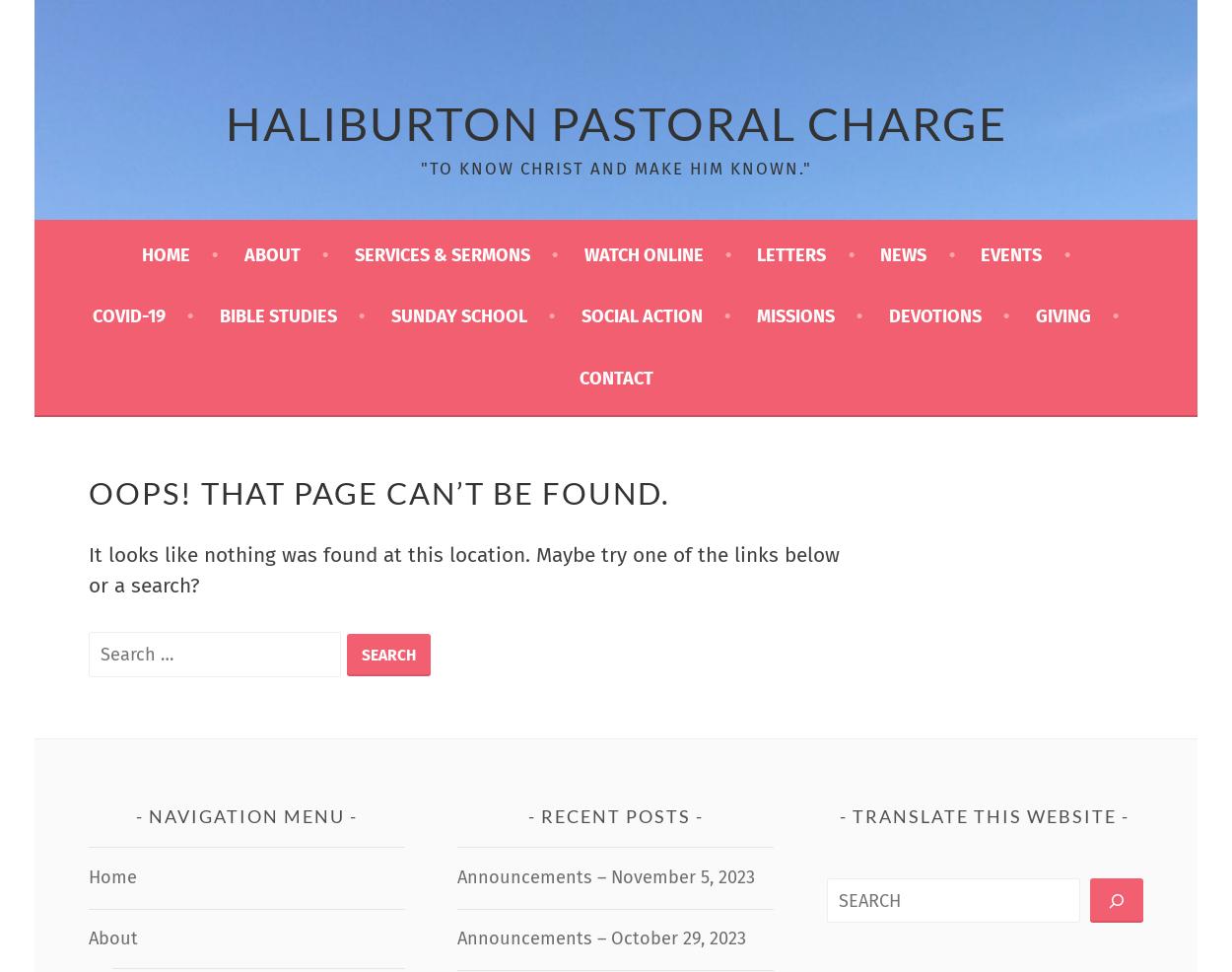  I want to click on 'Translate this website', so click(984, 813).